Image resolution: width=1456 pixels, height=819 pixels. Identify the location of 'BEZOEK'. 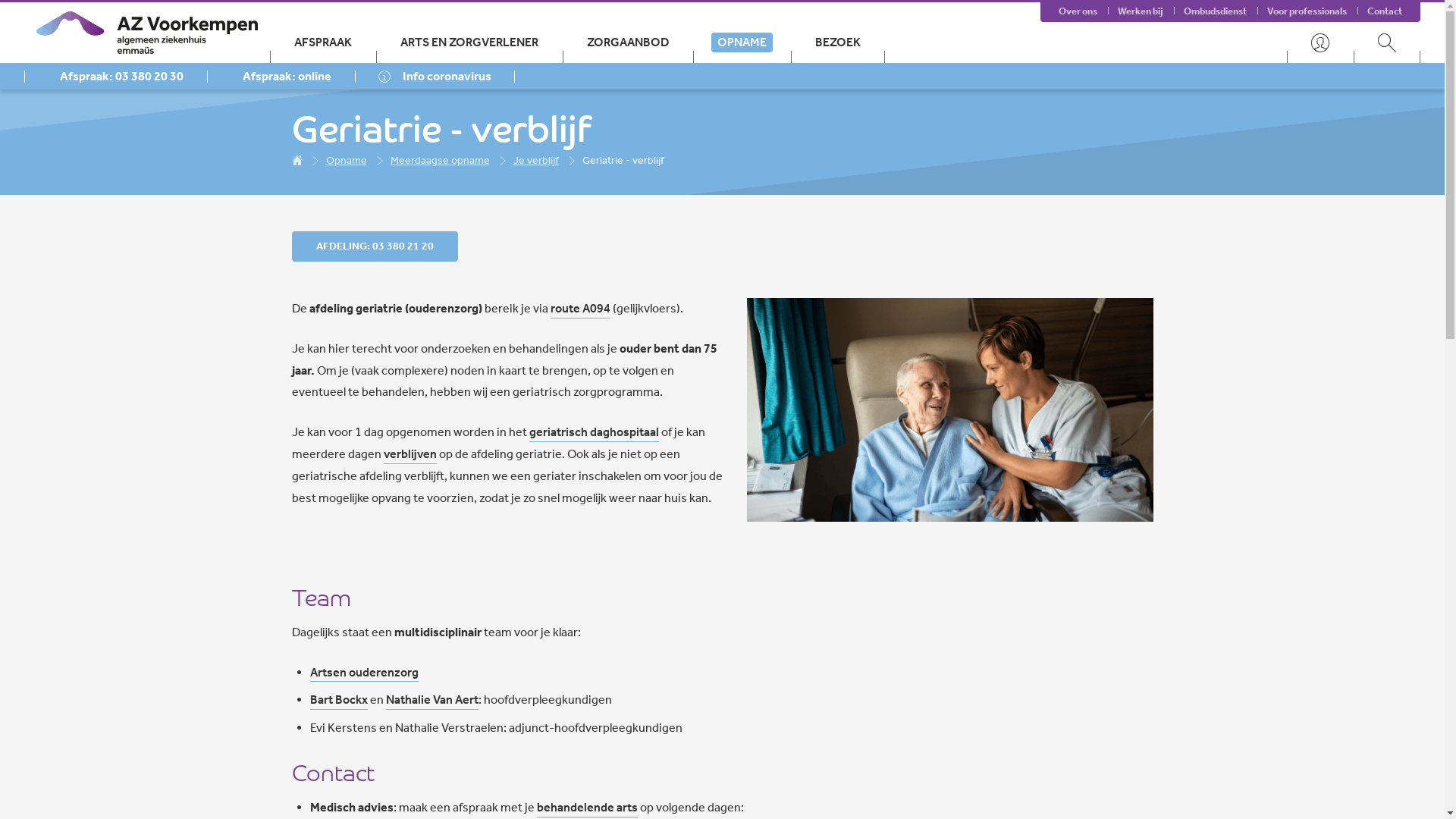
(836, 42).